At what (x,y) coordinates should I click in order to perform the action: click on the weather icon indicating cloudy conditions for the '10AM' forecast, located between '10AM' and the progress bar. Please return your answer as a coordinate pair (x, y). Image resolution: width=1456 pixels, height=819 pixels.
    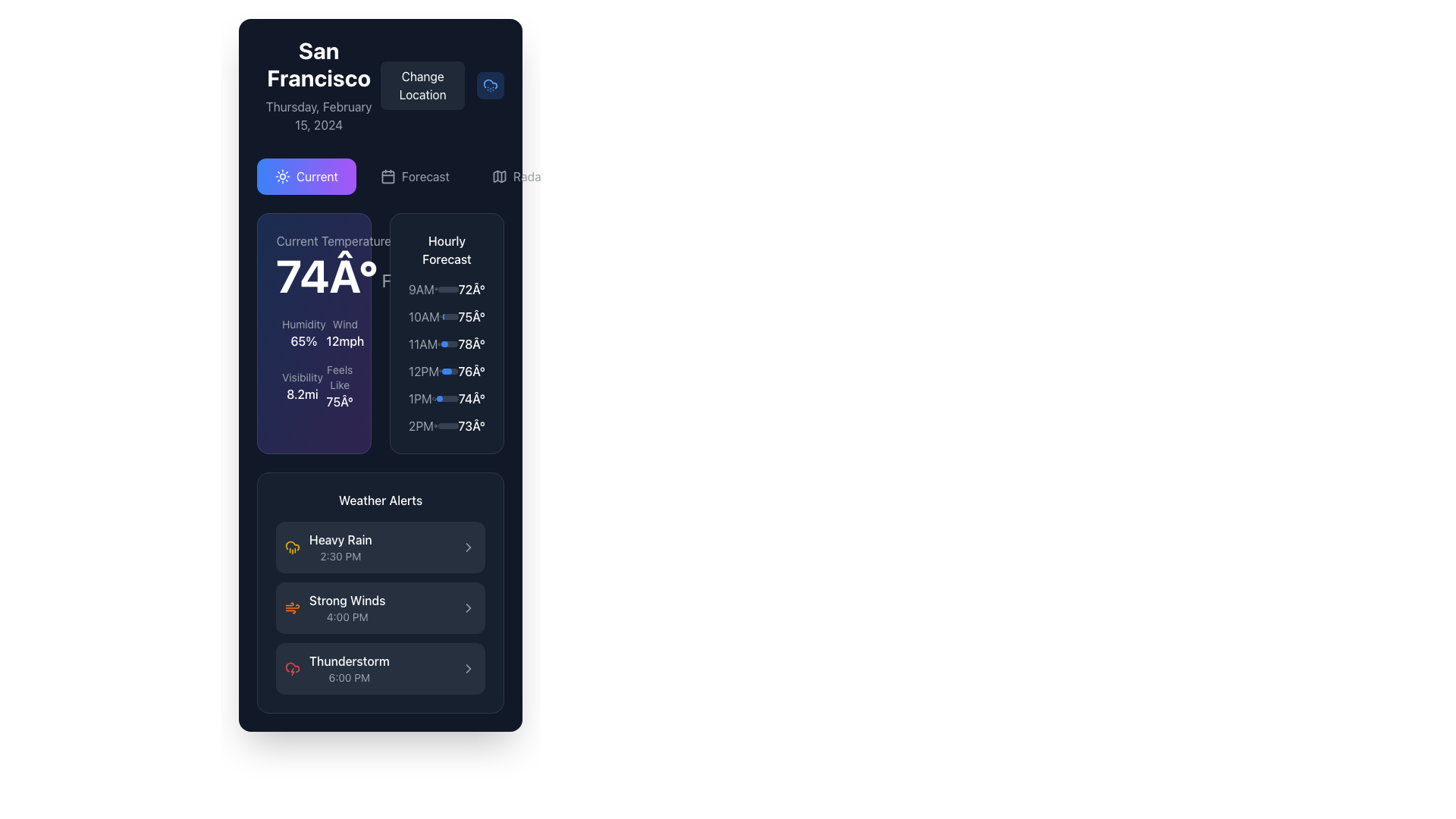
    Looking at the image, I should click on (440, 315).